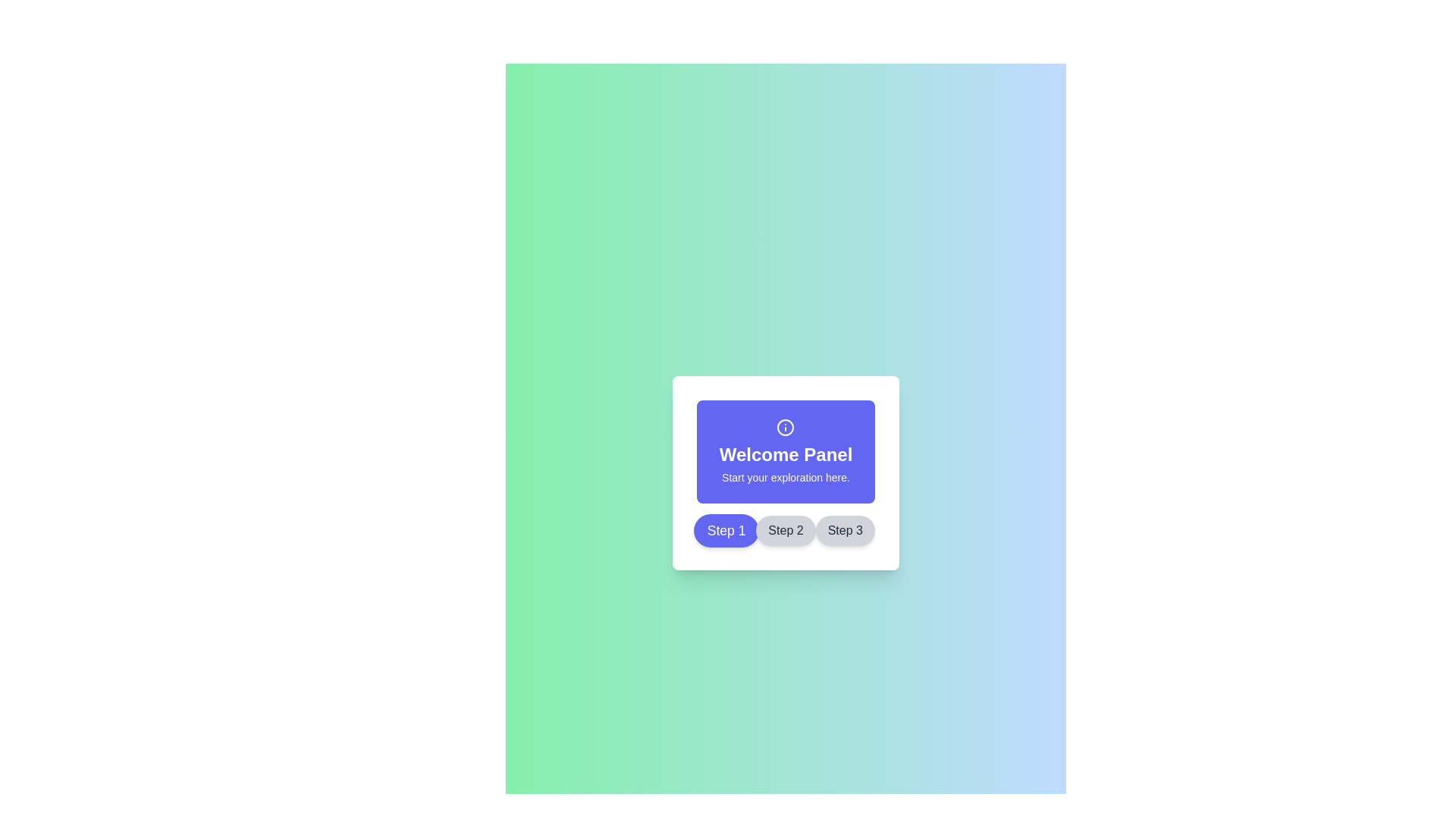 The image size is (1456, 819). I want to click on the first step indicator button located under the 'Welcome Panel', which is part of a sequence of three buttons labeled 'Step 1', 'Step 2', and 'Step 3', so click(726, 529).